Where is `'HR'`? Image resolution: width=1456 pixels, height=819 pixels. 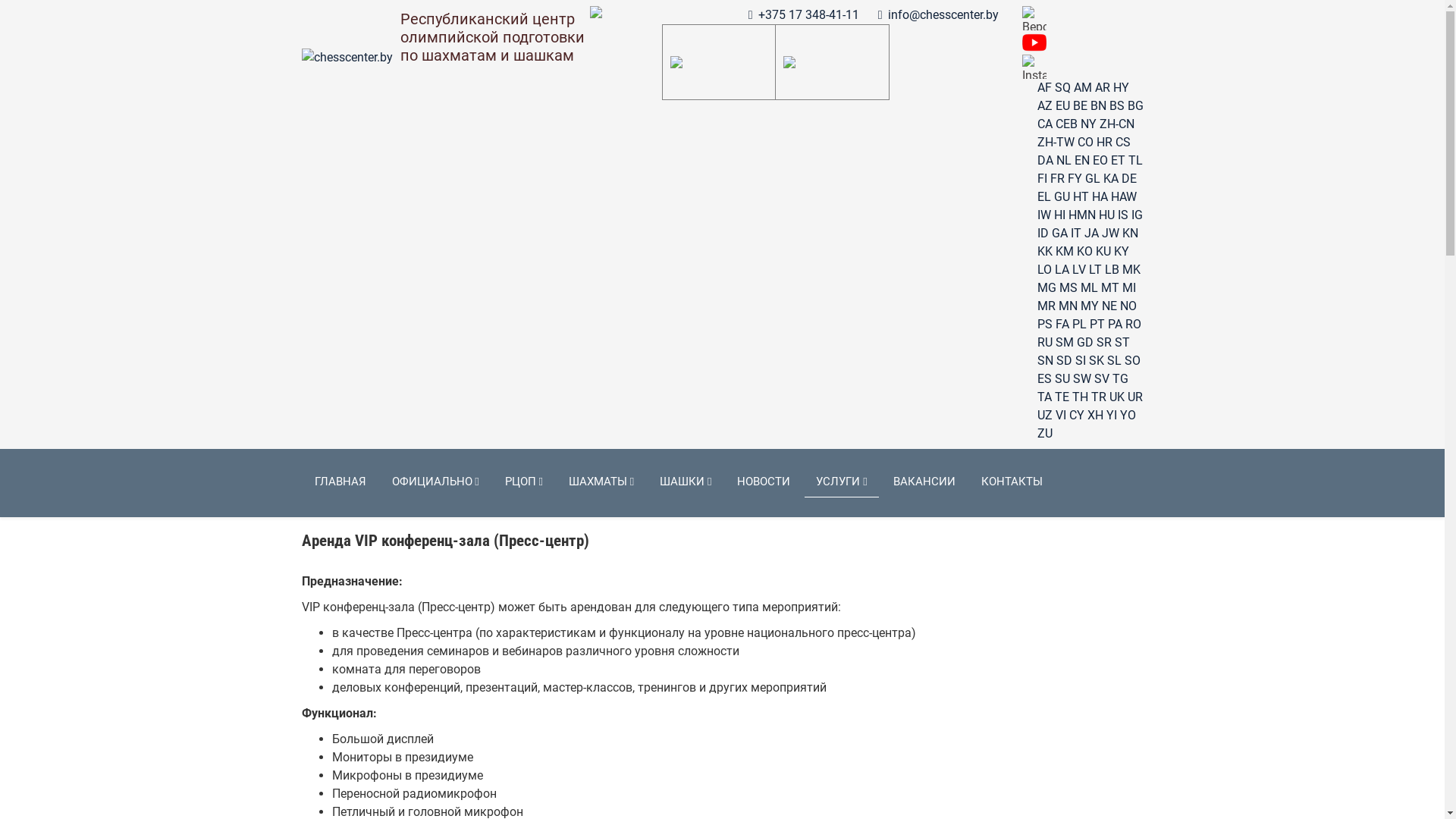 'HR' is located at coordinates (1104, 142).